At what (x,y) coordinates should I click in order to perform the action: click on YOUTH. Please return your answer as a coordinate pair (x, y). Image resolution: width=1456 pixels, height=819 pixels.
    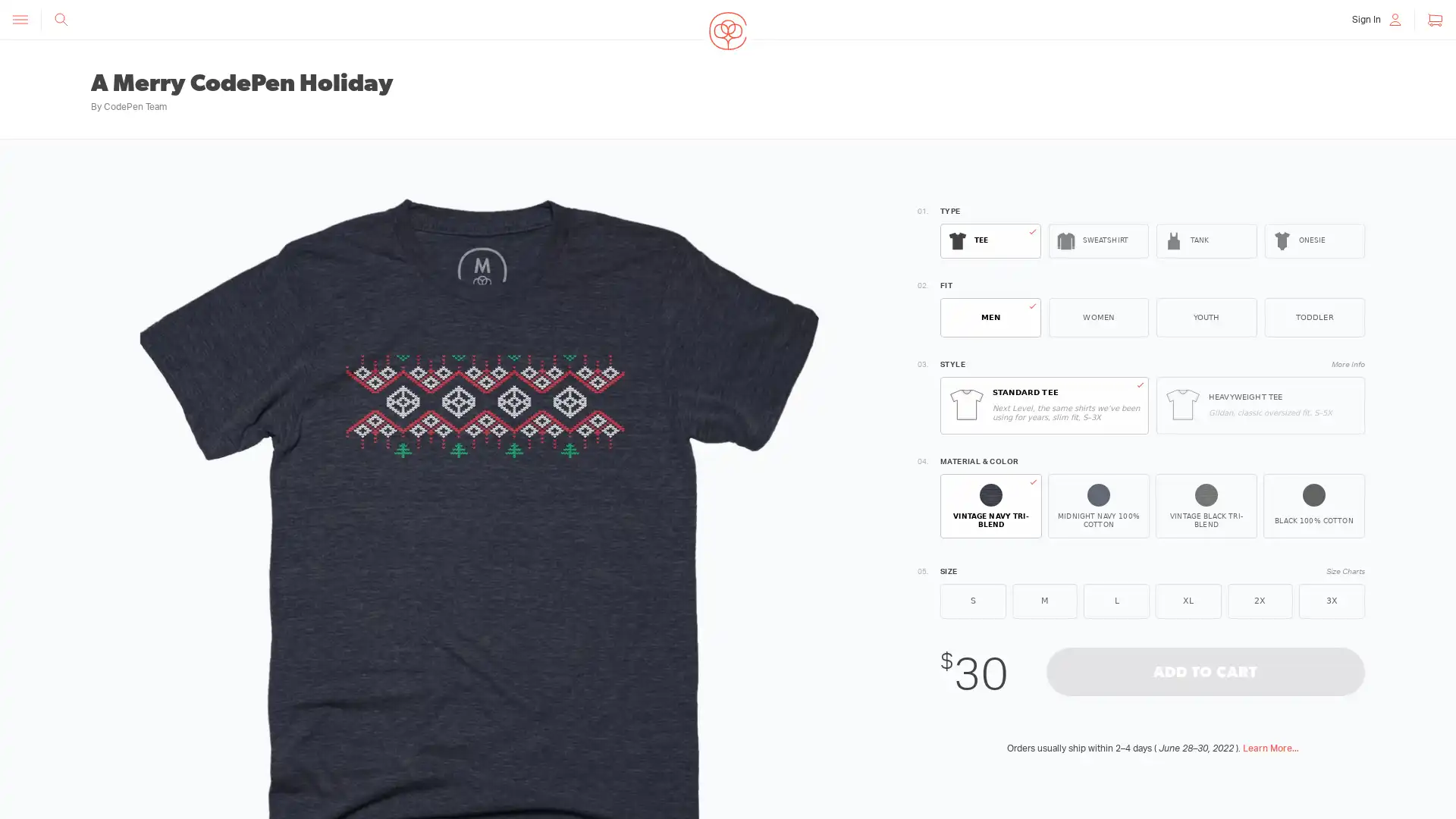
    Looking at the image, I should click on (1205, 317).